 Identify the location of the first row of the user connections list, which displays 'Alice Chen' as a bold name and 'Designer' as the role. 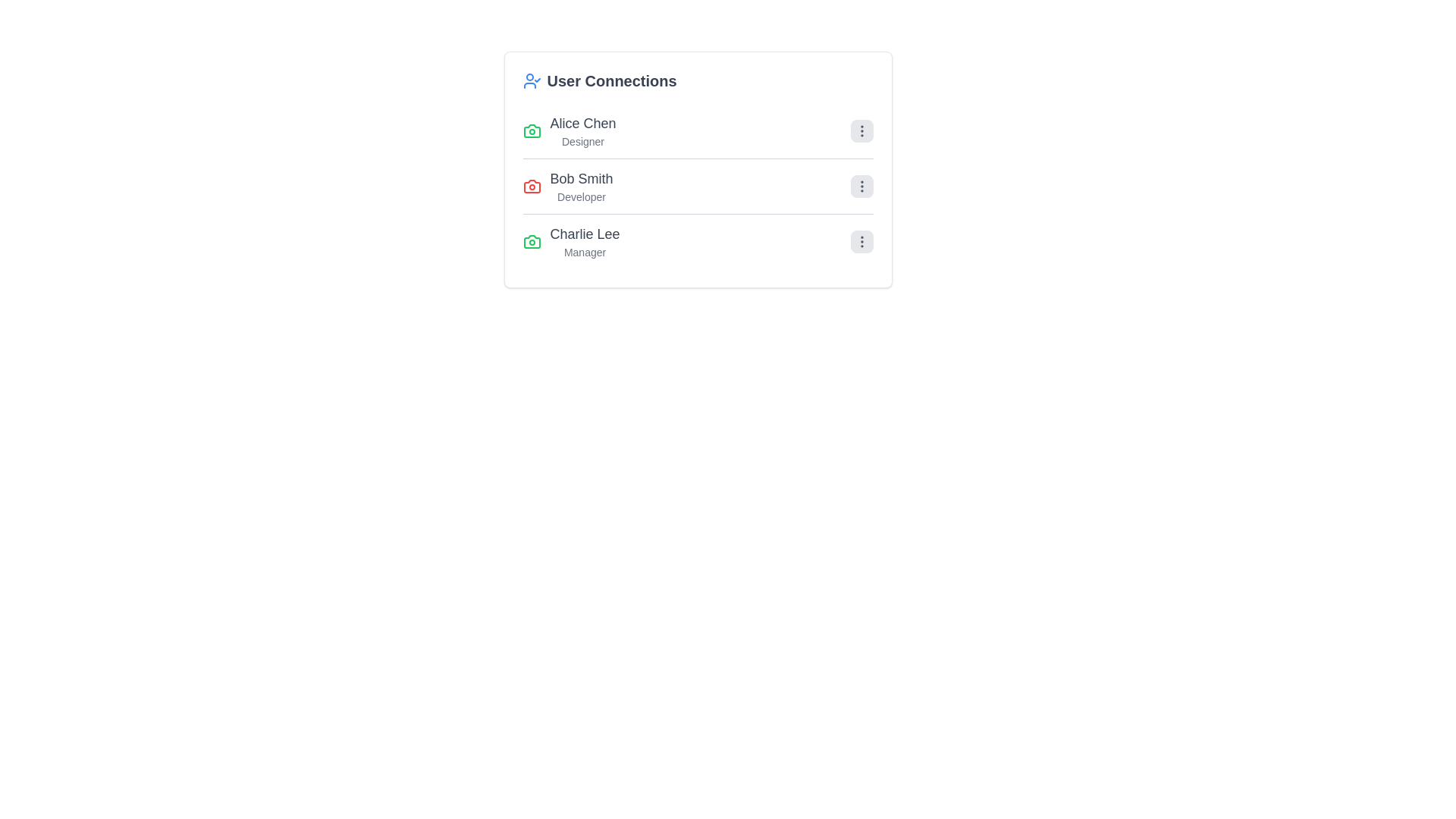
(697, 130).